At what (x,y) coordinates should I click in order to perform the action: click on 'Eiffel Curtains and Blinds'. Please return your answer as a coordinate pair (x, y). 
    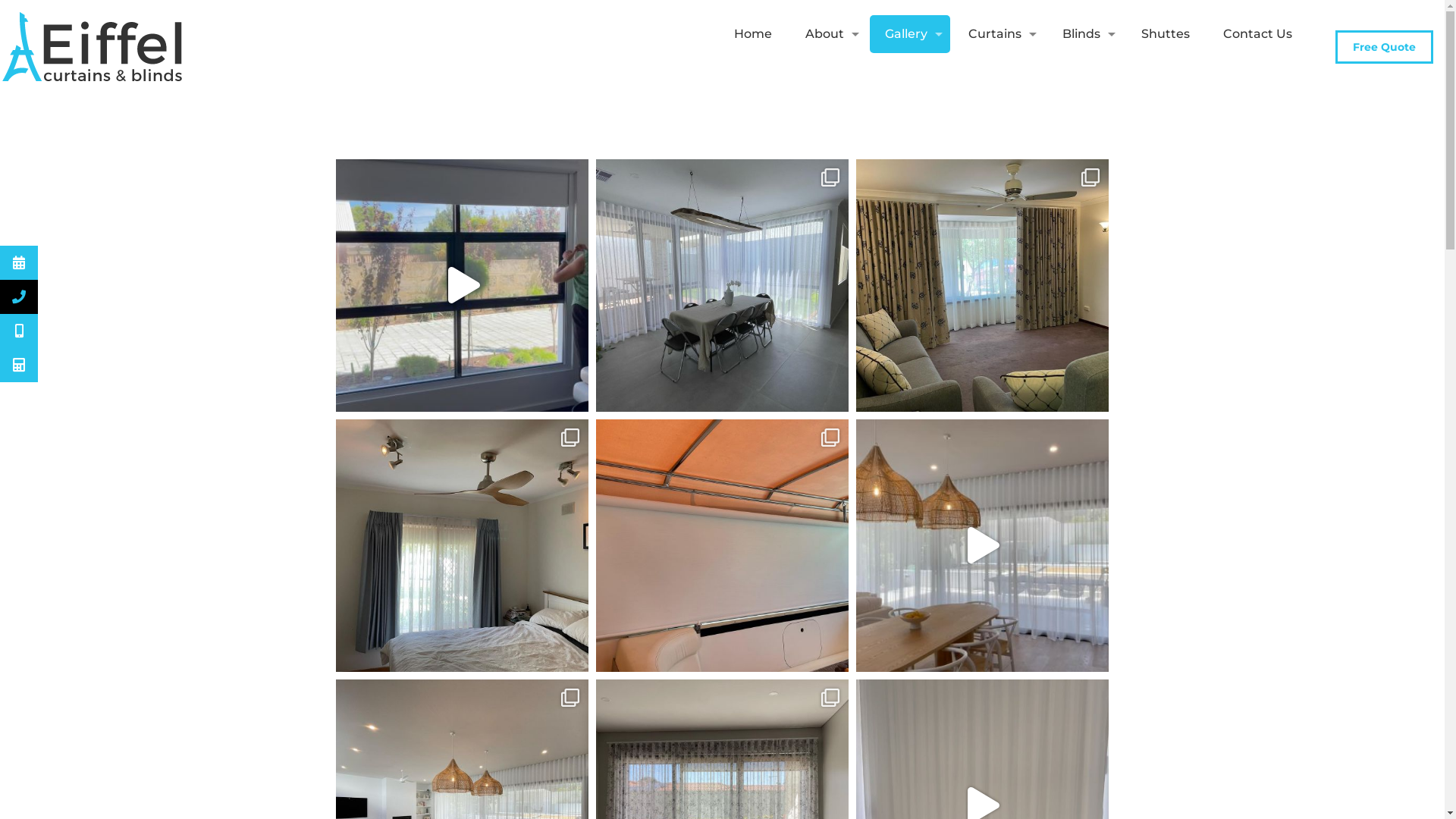
    Looking at the image, I should click on (93, 45).